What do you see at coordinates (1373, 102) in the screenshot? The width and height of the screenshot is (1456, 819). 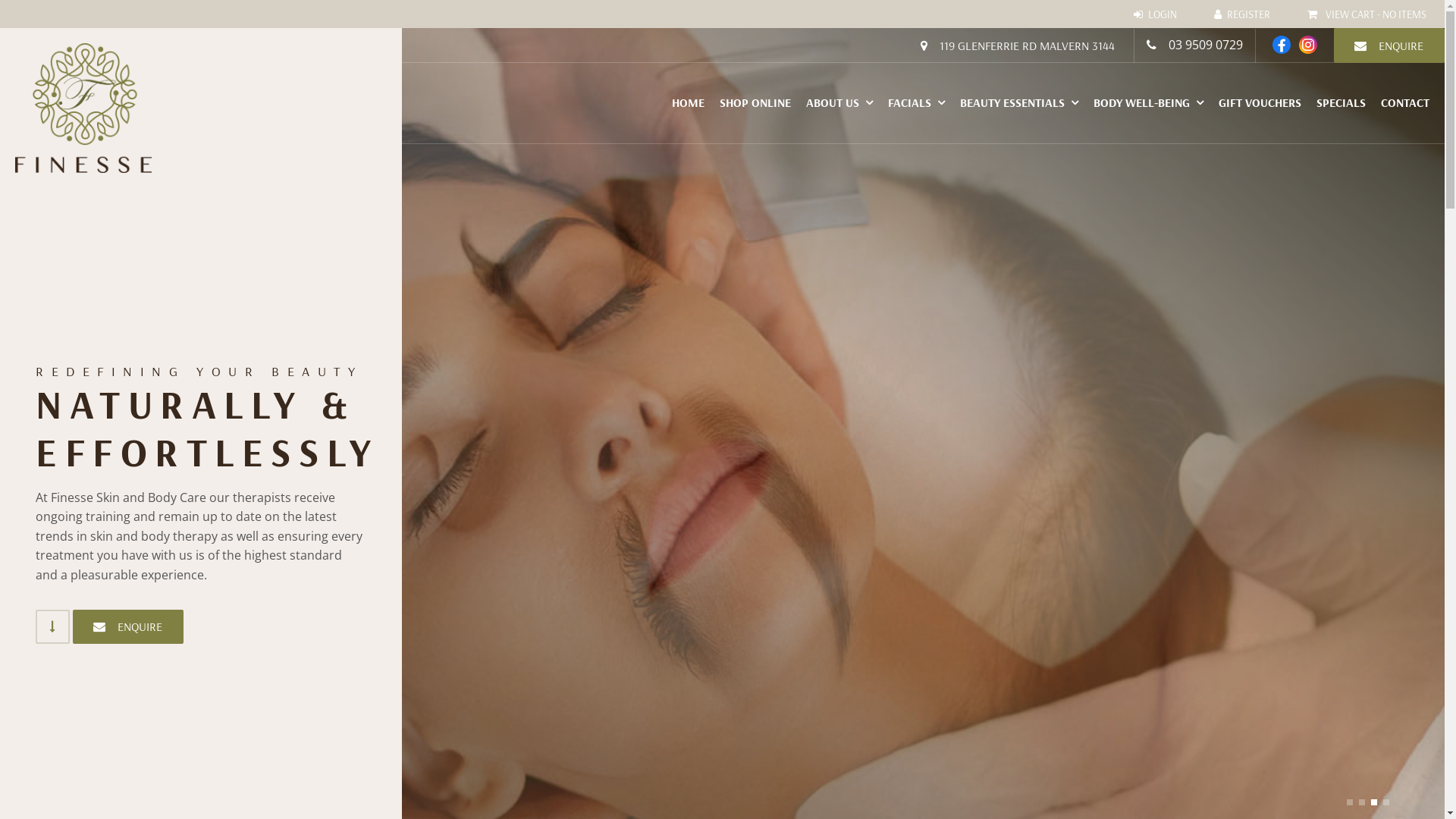 I see `'CONTACT'` at bounding box center [1373, 102].